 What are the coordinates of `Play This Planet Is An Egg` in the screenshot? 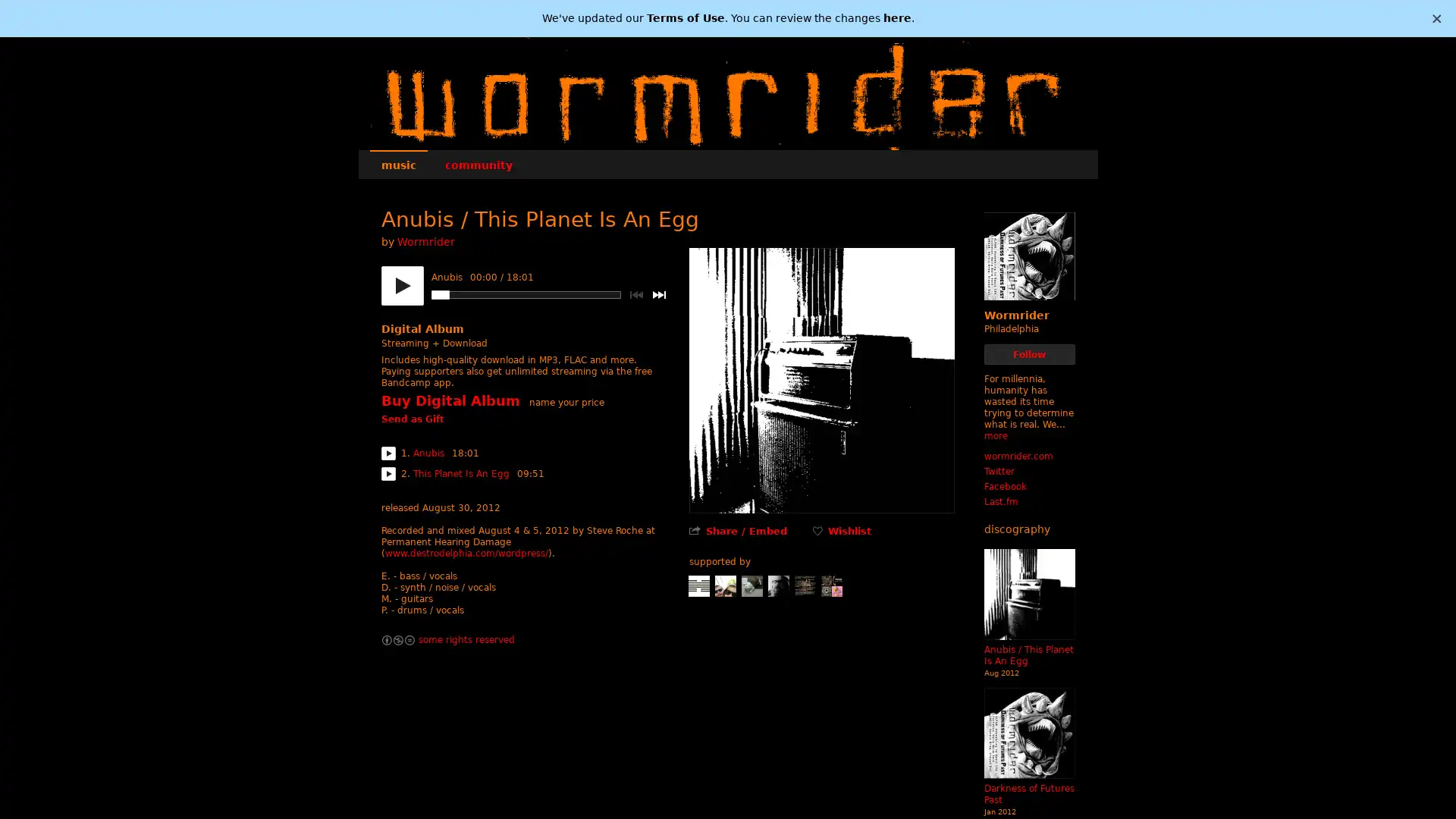 It's located at (388, 472).